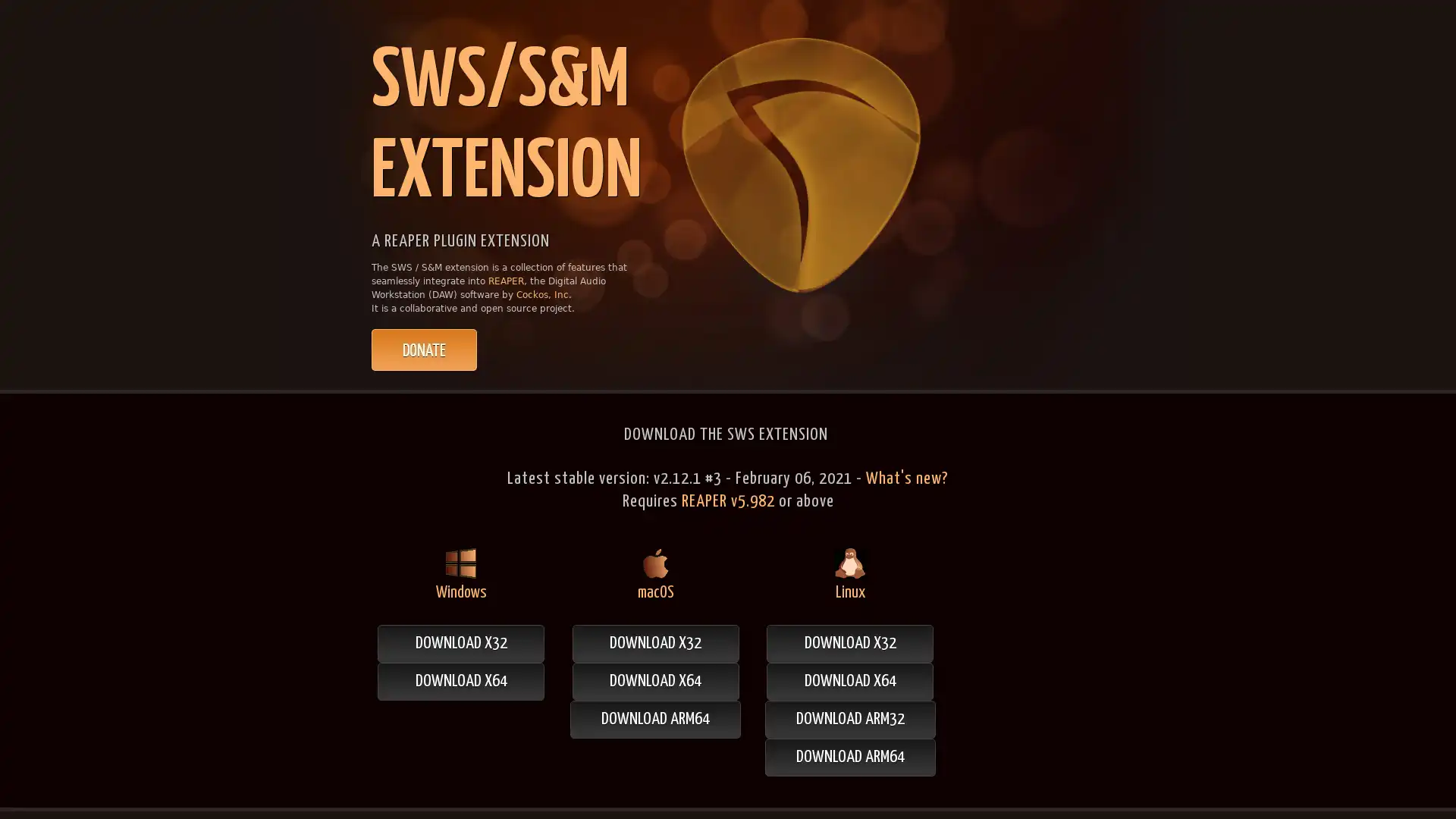  I want to click on DOWNLOAD X32, so click(484, 643).